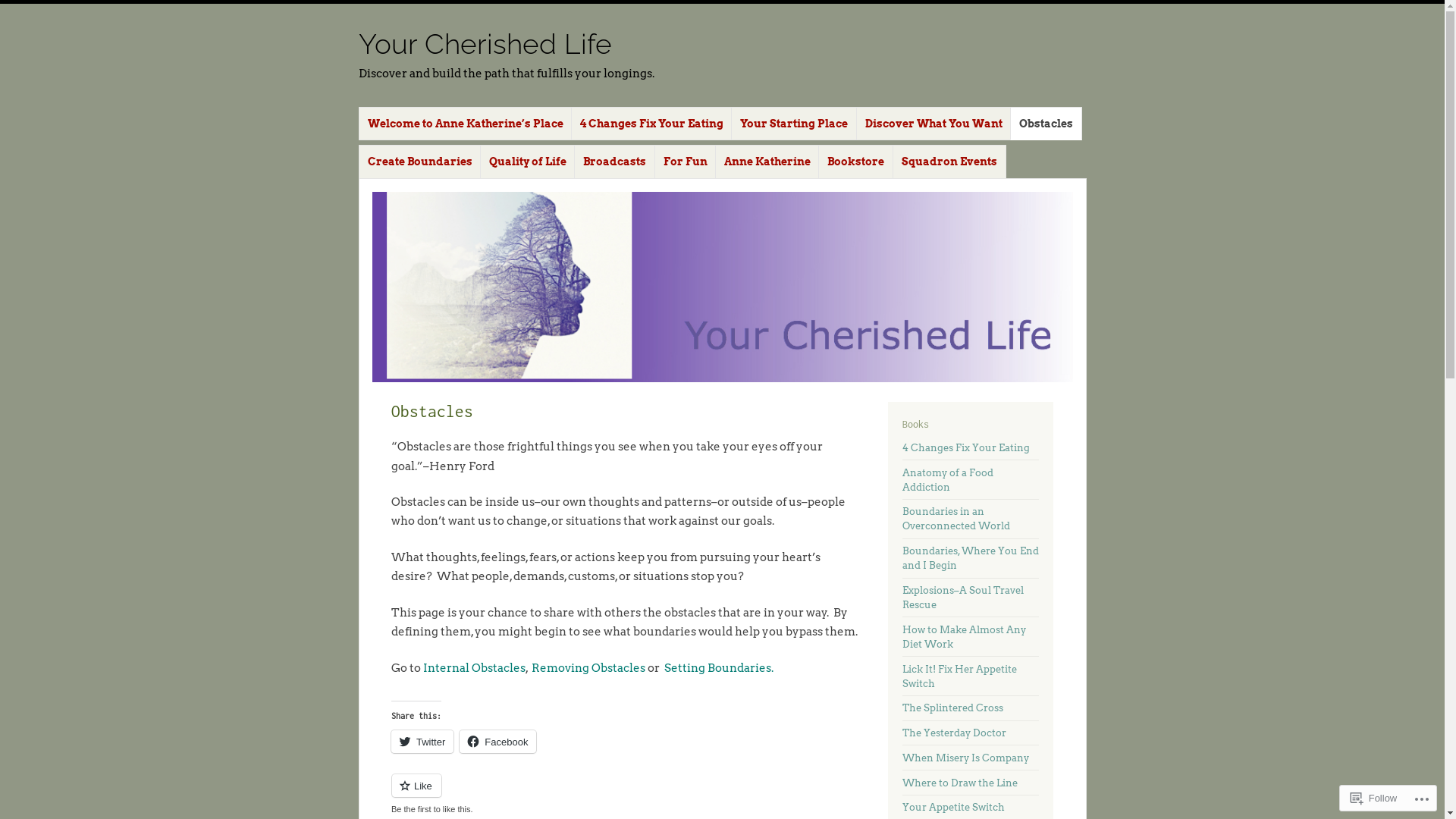 This screenshot has height=819, width=1456. Describe the element at coordinates (767, 162) in the screenshot. I see `'Anne Katherine'` at that location.